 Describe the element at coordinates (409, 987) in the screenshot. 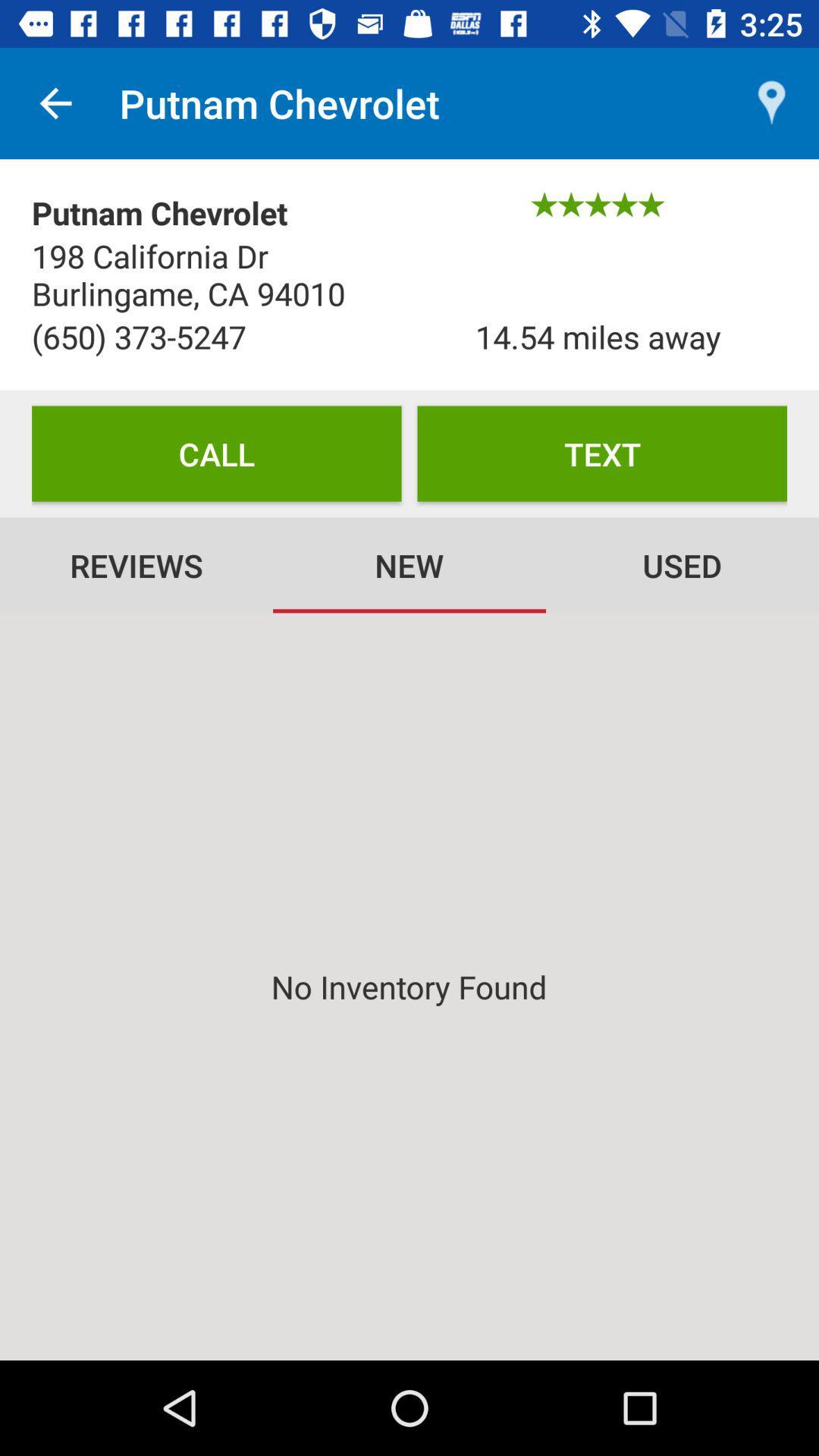

I see `nothing happens` at that location.